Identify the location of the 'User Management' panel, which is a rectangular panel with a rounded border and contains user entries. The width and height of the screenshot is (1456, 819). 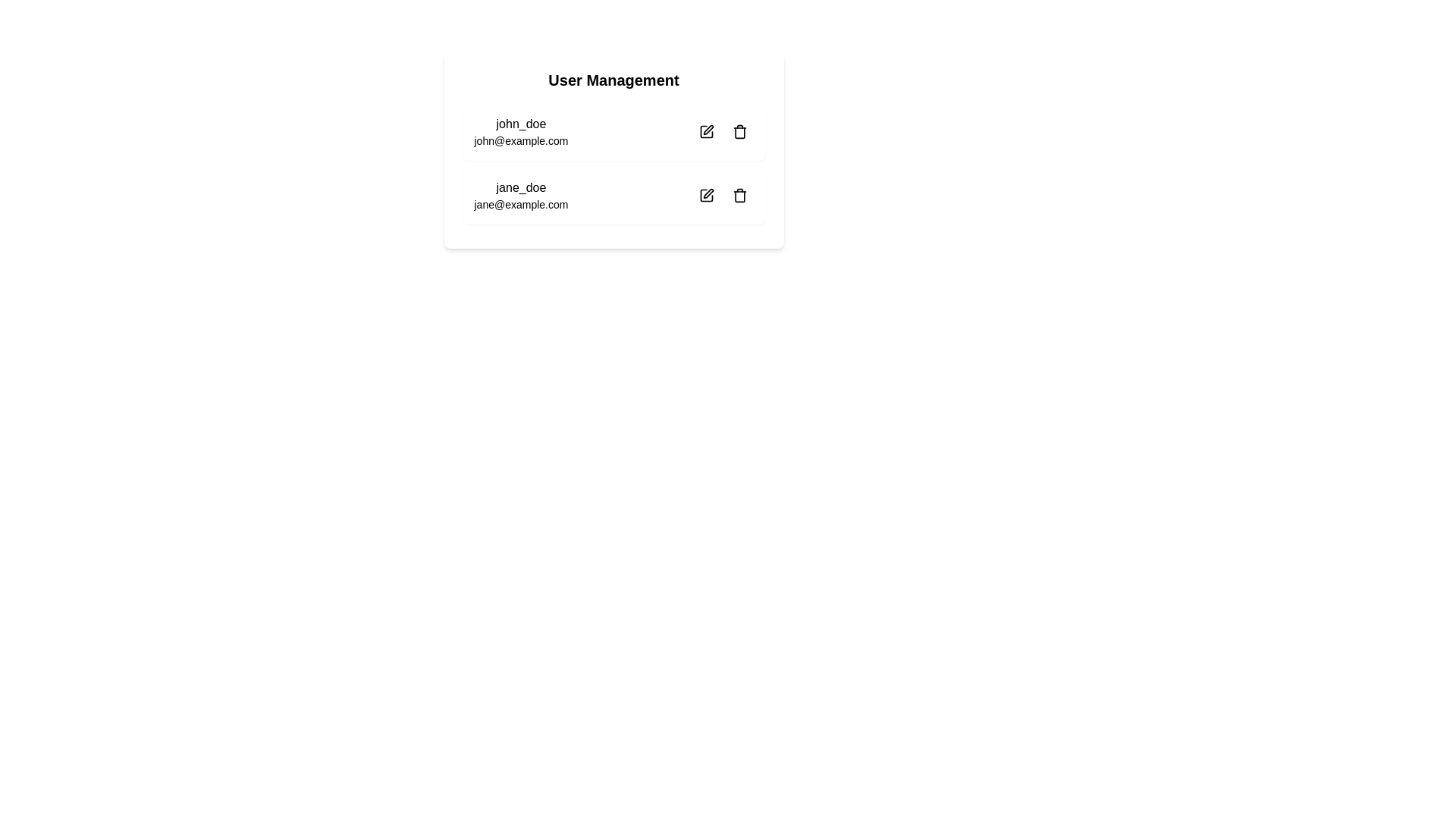
(613, 149).